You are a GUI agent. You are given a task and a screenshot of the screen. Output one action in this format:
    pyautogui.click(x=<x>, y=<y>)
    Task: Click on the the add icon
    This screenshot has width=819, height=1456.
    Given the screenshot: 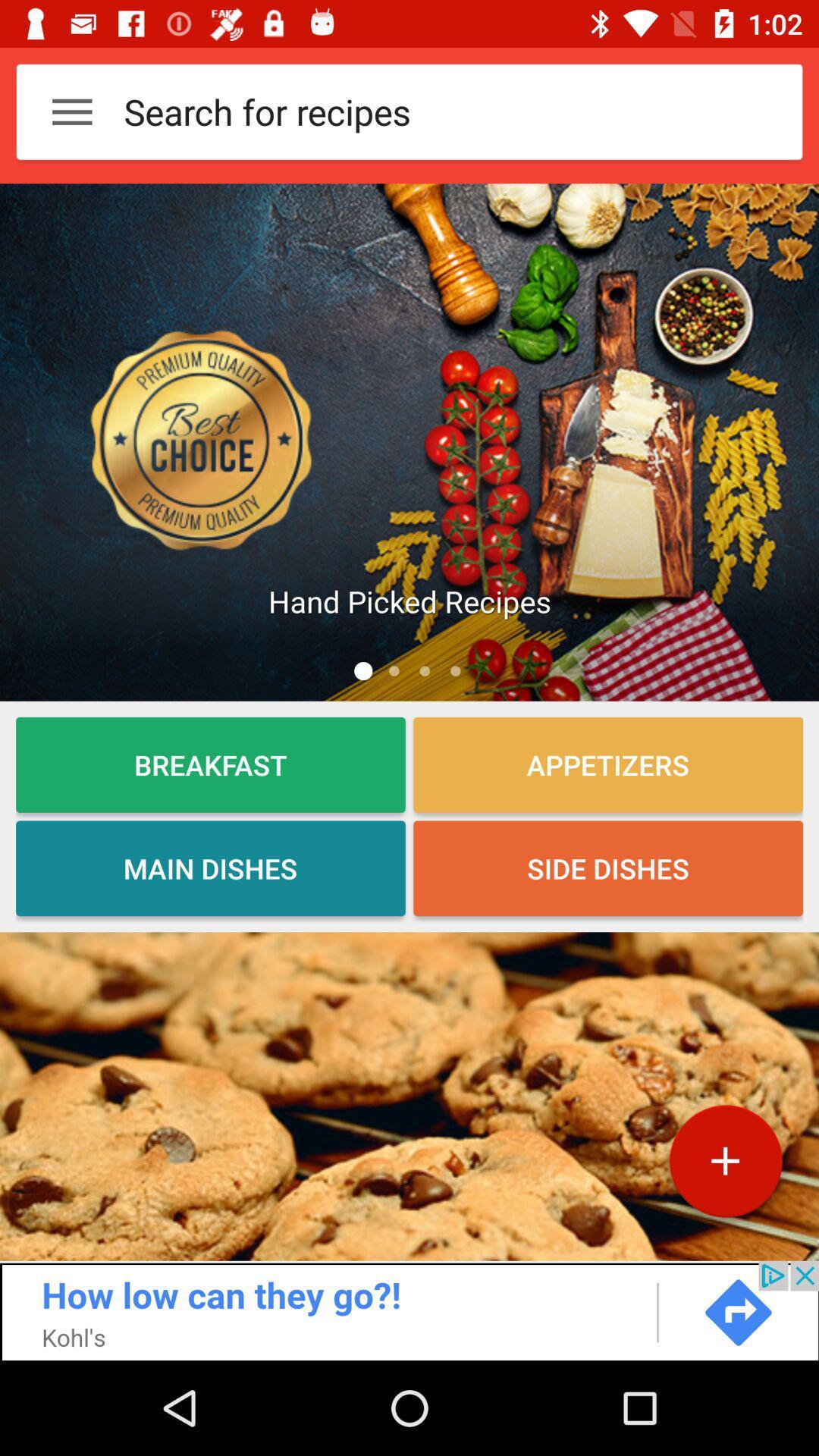 What is the action you would take?
    pyautogui.click(x=724, y=1166)
    